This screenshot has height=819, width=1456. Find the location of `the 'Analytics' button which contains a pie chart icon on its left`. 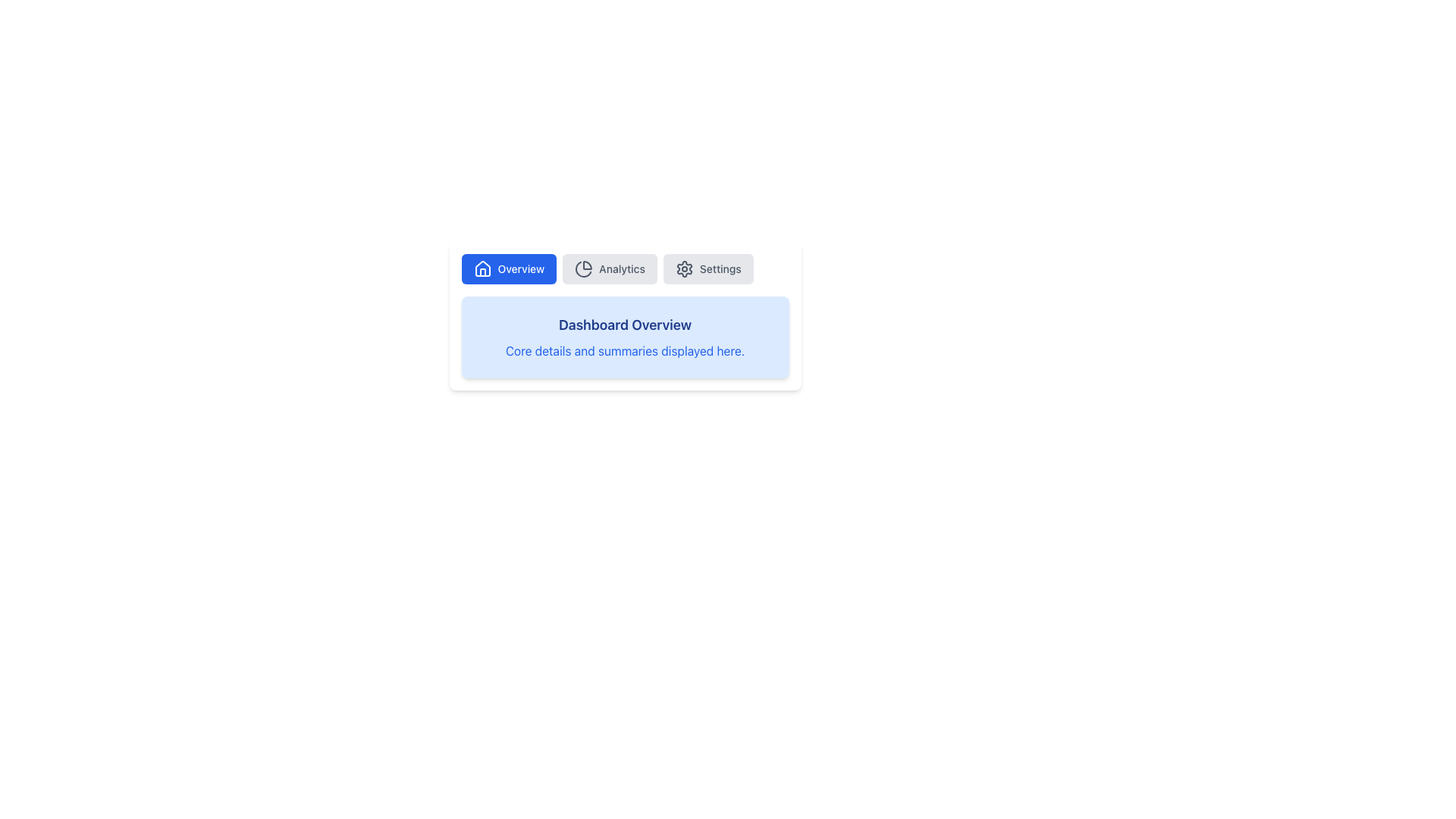

the 'Analytics' button which contains a pie chart icon on its left is located at coordinates (583, 268).